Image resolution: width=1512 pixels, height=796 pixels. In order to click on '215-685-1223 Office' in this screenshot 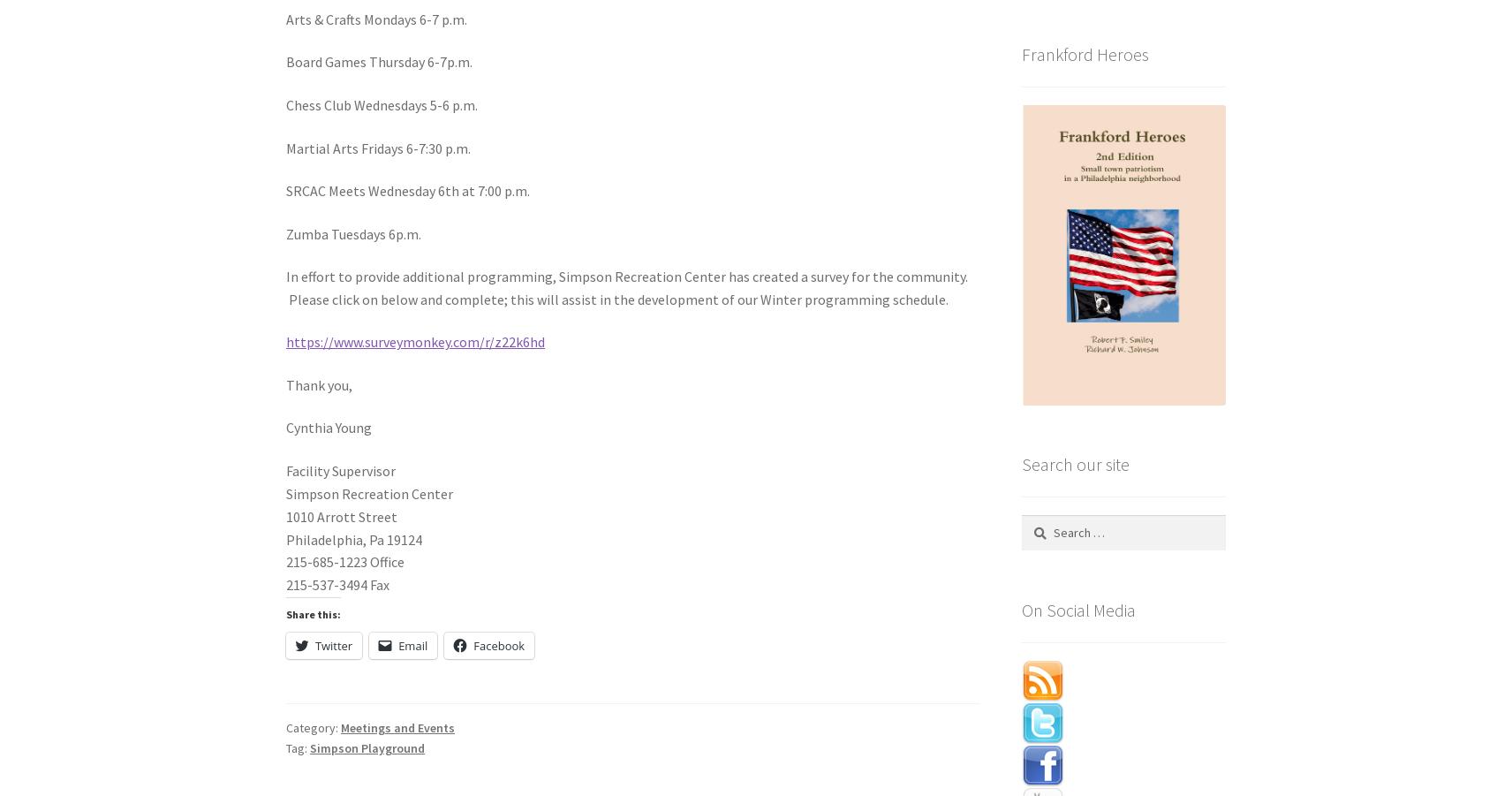, I will do `click(345, 562)`.